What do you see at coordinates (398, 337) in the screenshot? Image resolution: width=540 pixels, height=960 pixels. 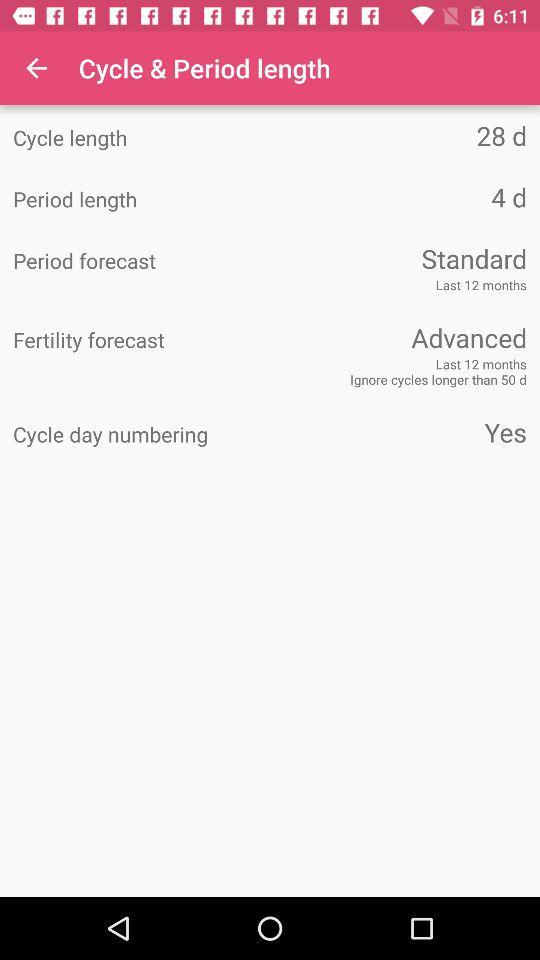 I see `icon next to fertility forecast icon` at bounding box center [398, 337].